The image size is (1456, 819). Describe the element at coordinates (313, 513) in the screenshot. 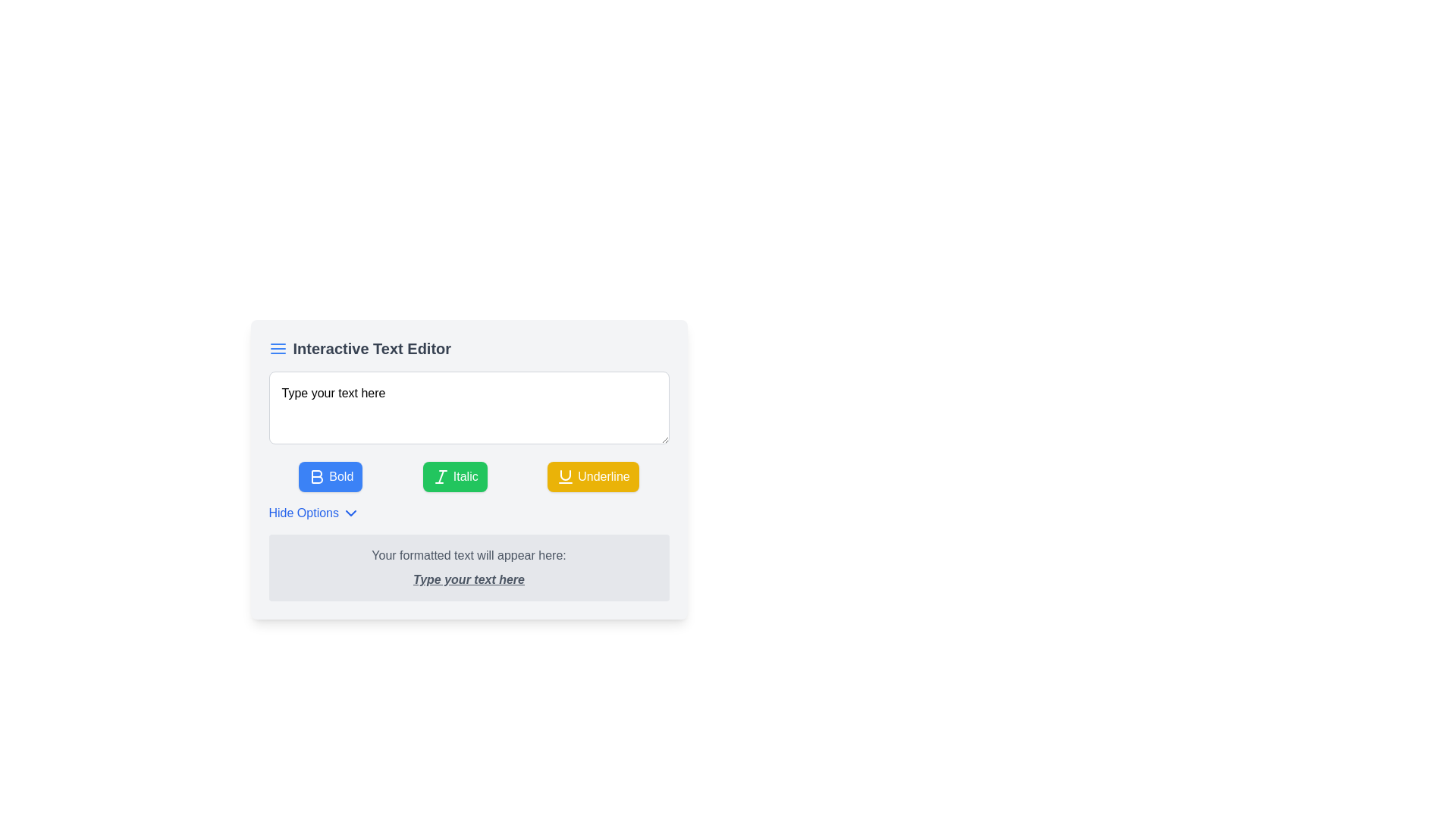

I see `the 'Hide Options' button, which is styled in blue font and features a downward-facing arrow icon` at that location.